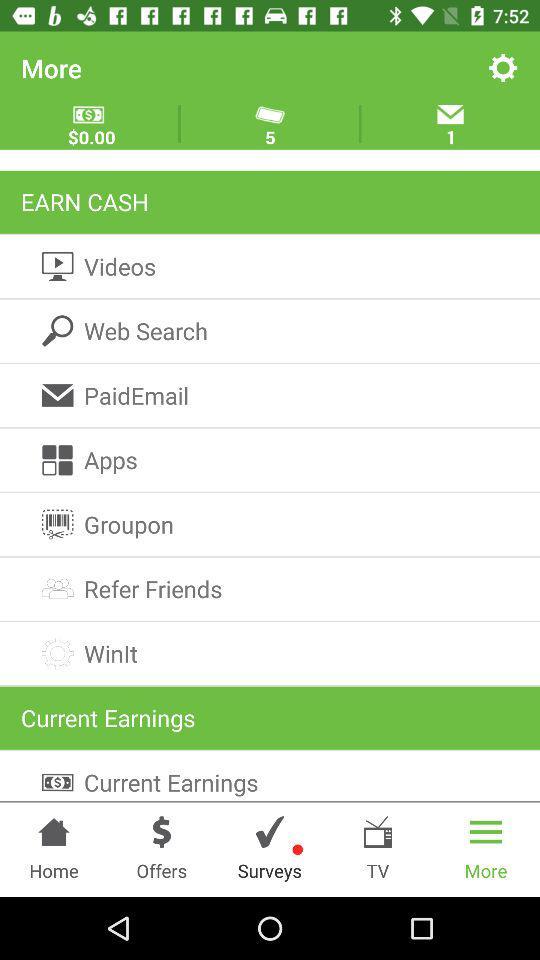 This screenshot has width=540, height=960. What do you see at coordinates (270, 589) in the screenshot?
I see `the icon below groupon icon` at bounding box center [270, 589].